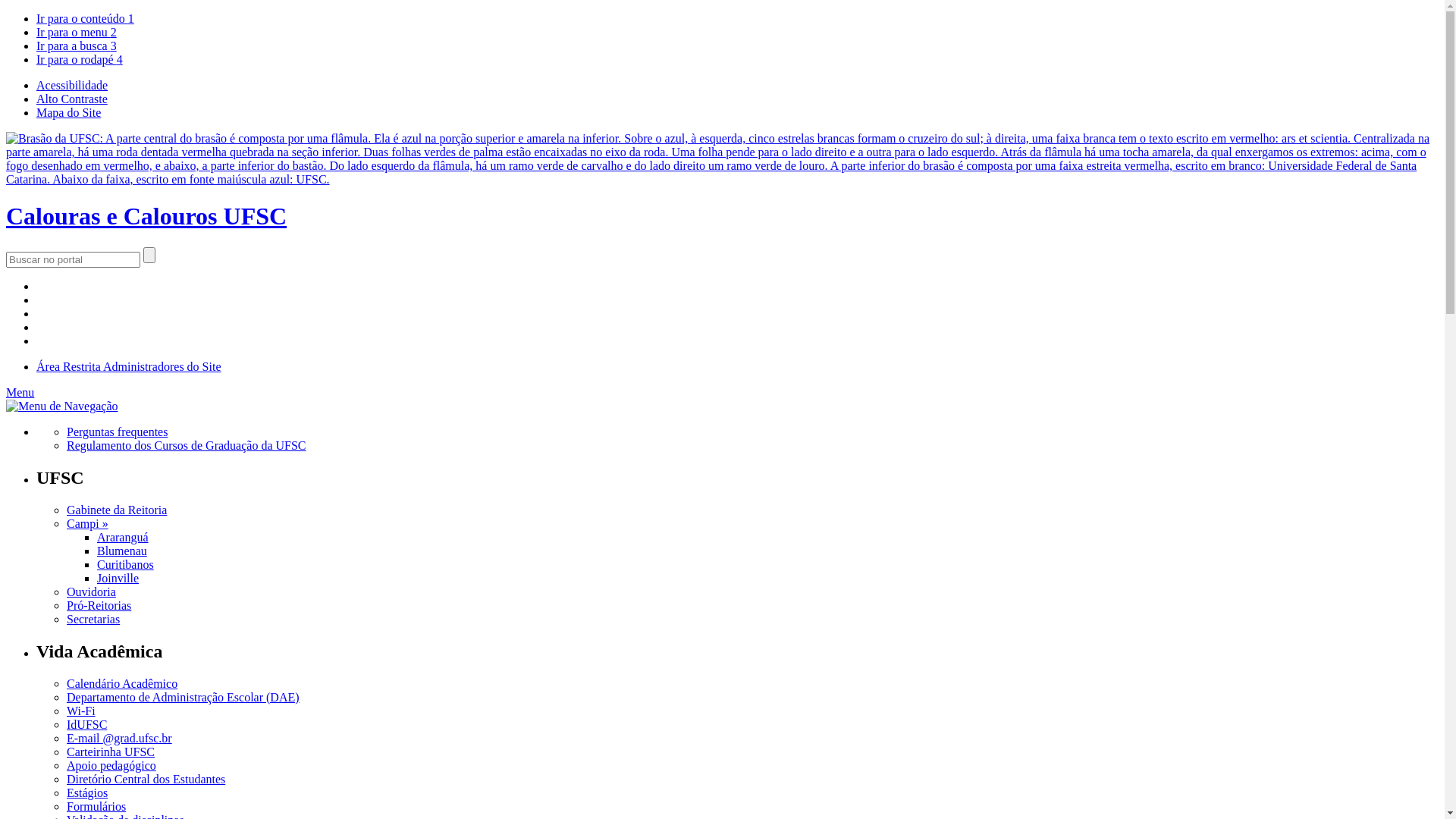  What do you see at coordinates (109, 751) in the screenshot?
I see `'Carteirinha UFSC'` at bounding box center [109, 751].